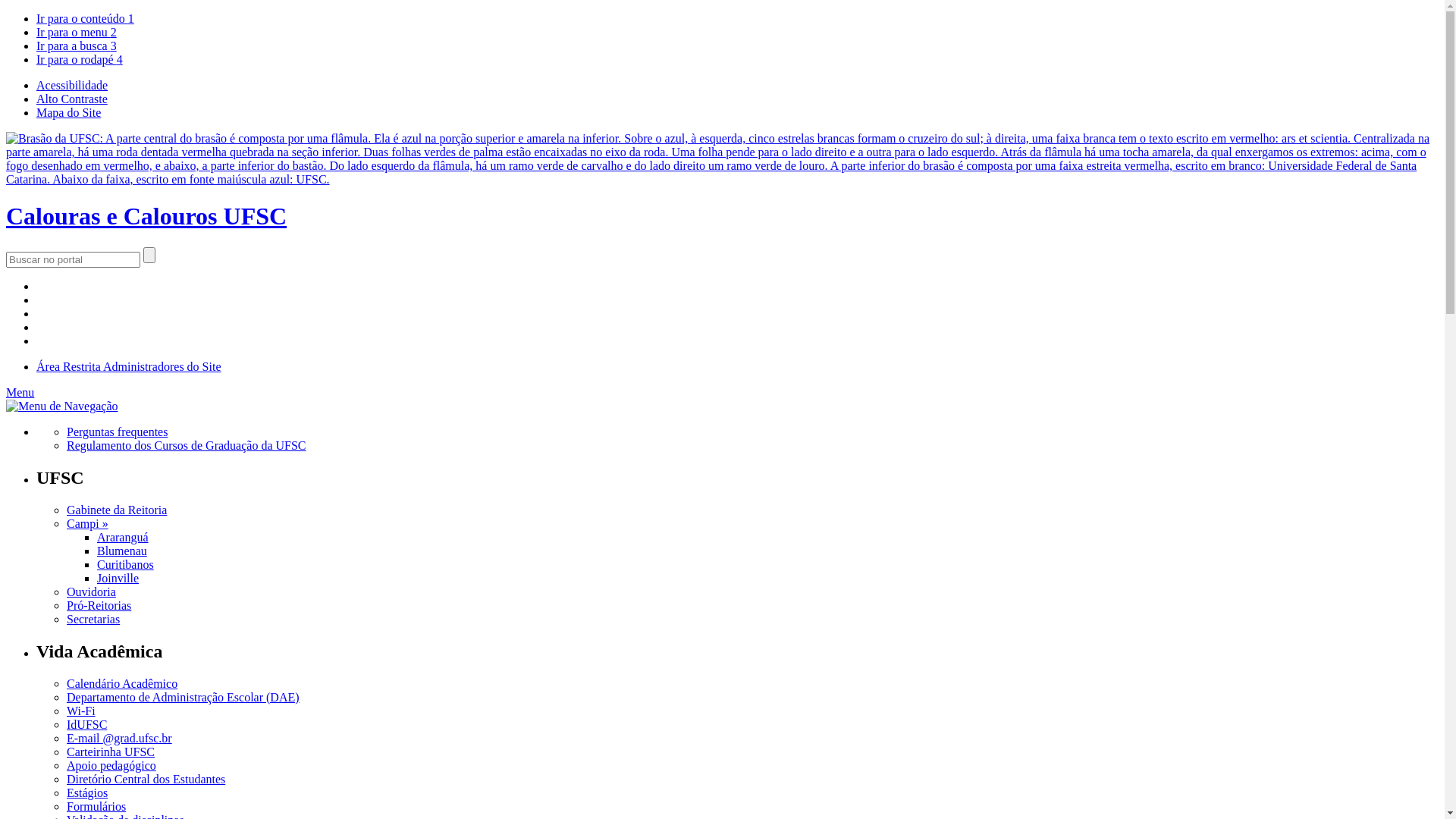  What do you see at coordinates (109, 751) in the screenshot?
I see `'Carteirinha UFSC'` at bounding box center [109, 751].